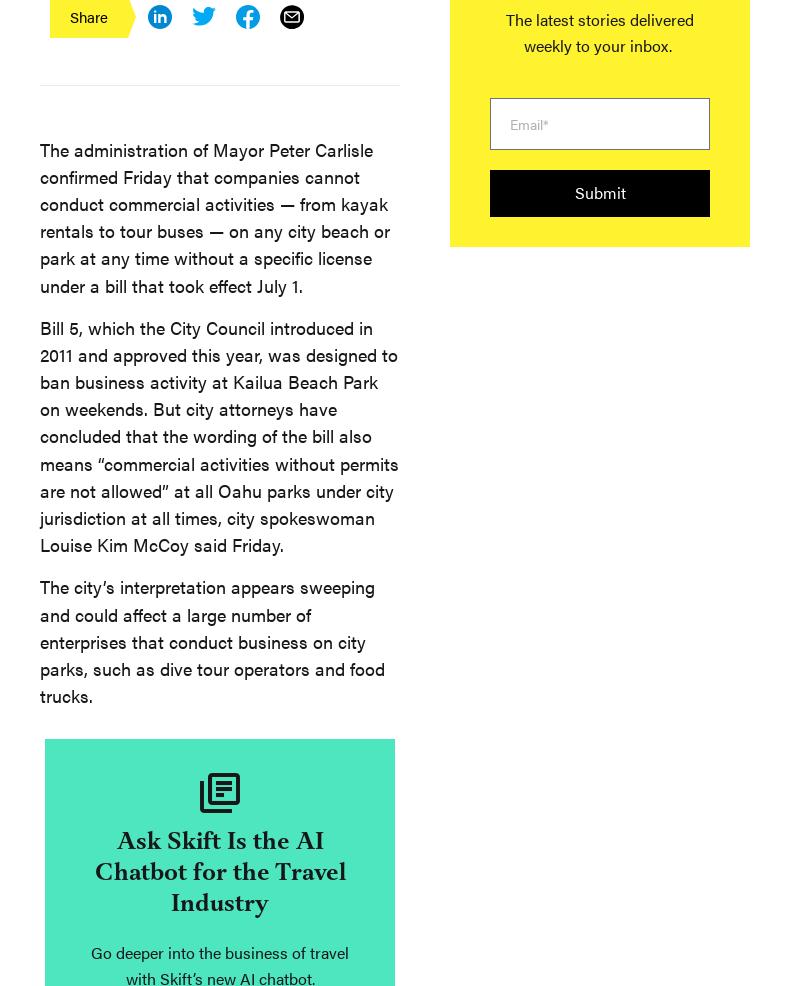 This screenshot has width=800, height=986. What do you see at coordinates (179, 838) in the screenshot?
I see `'Rashaad Jorden | 5 days ago'` at bounding box center [179, 838].